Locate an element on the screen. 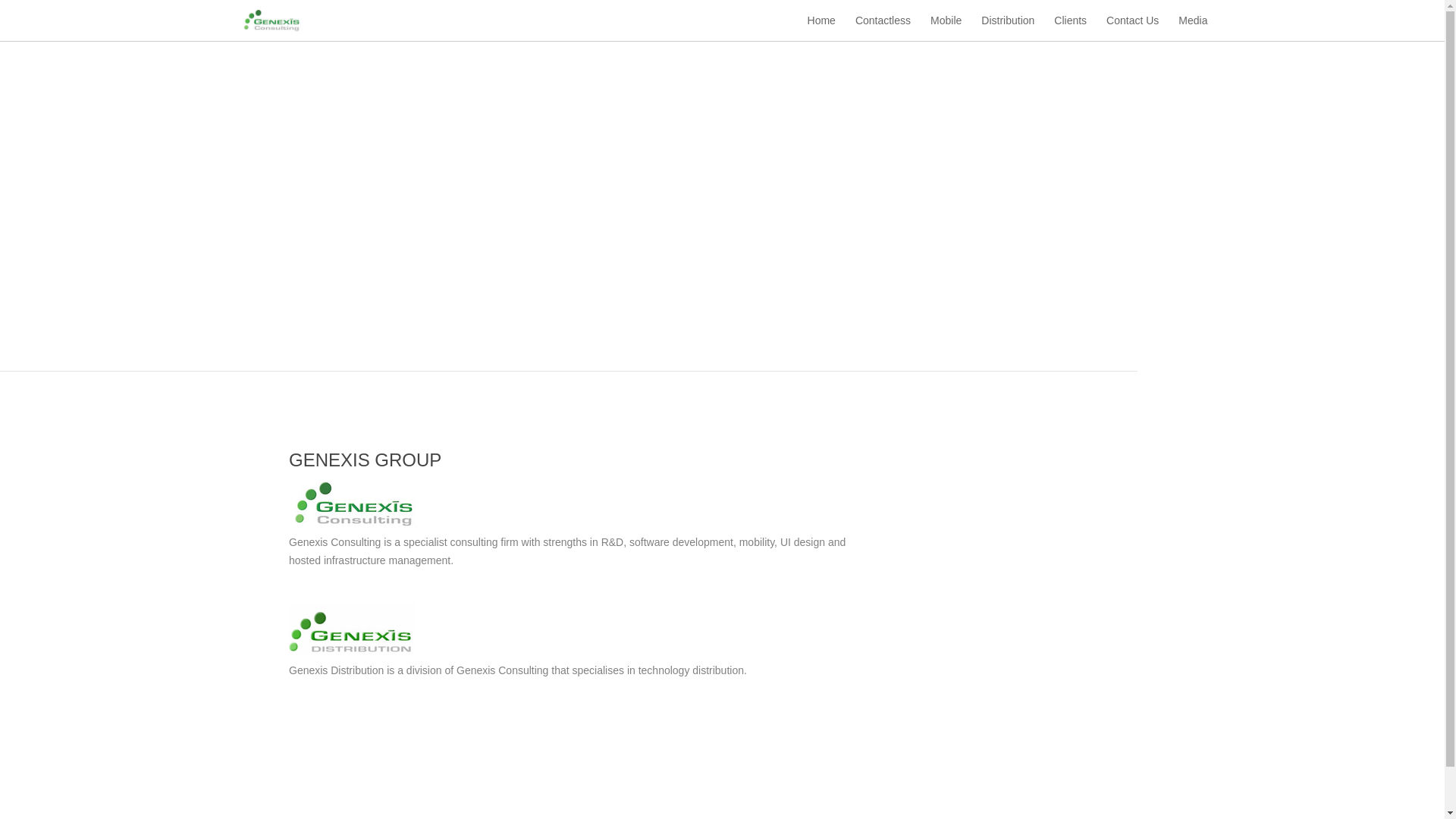 Image resolution: width=1456 pixels, height=819 pixels. 'Media' is located at coordinates (1192, 28).